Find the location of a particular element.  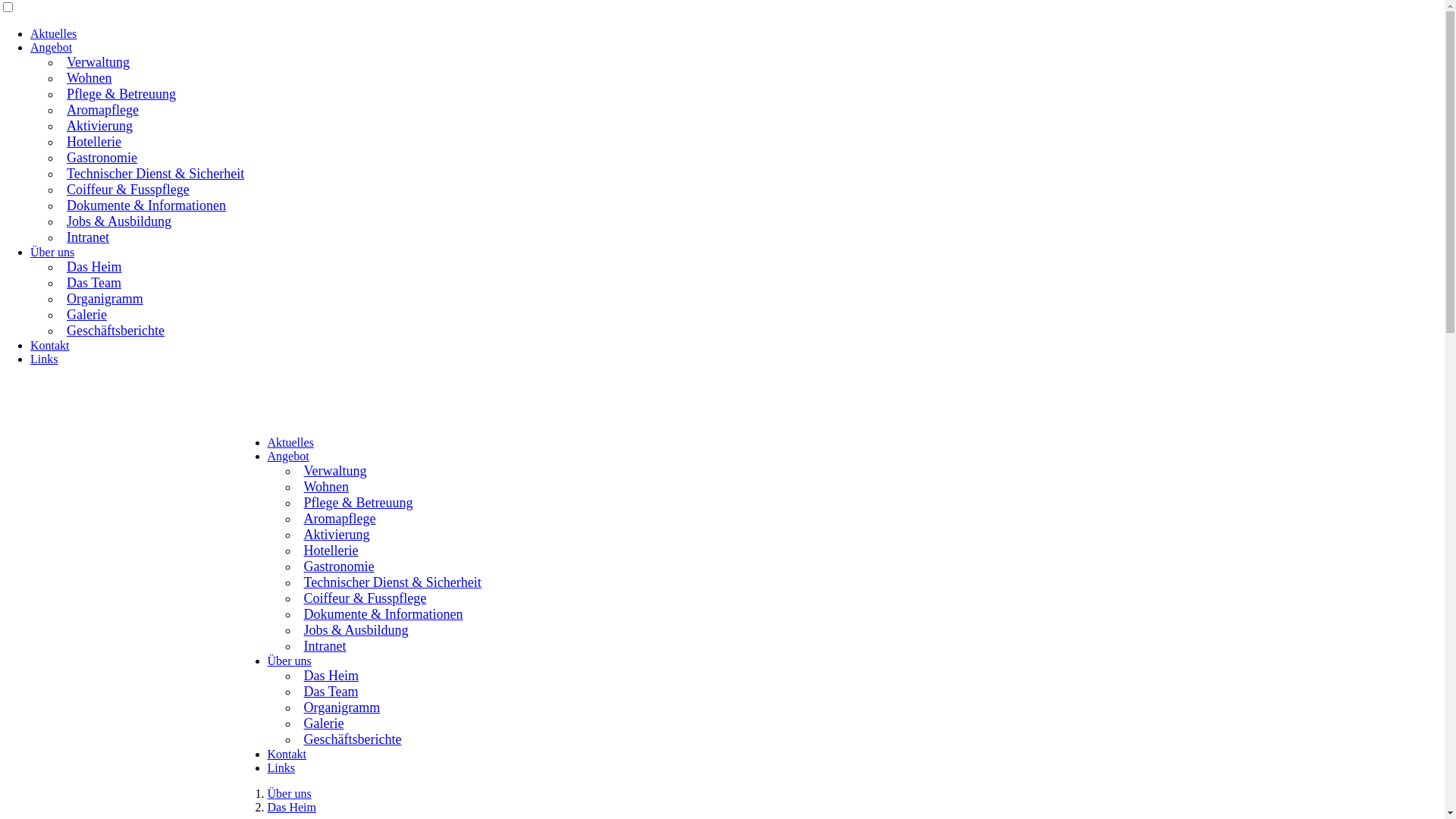

'Gastronomie' is located at coordinates (297, 564).